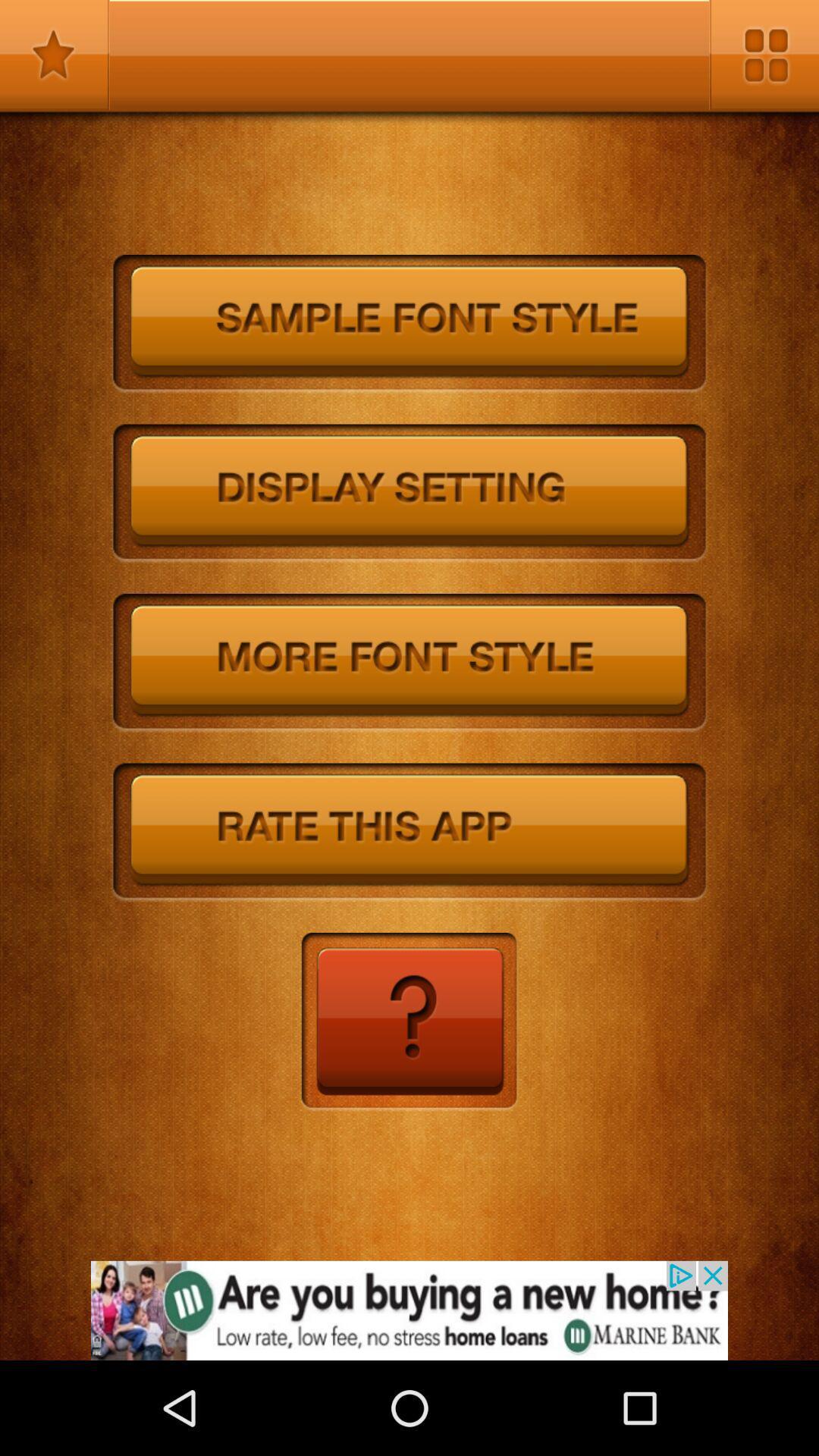 The image size is (819, 1456). I want to click on sample fonts, so click(409, 323).